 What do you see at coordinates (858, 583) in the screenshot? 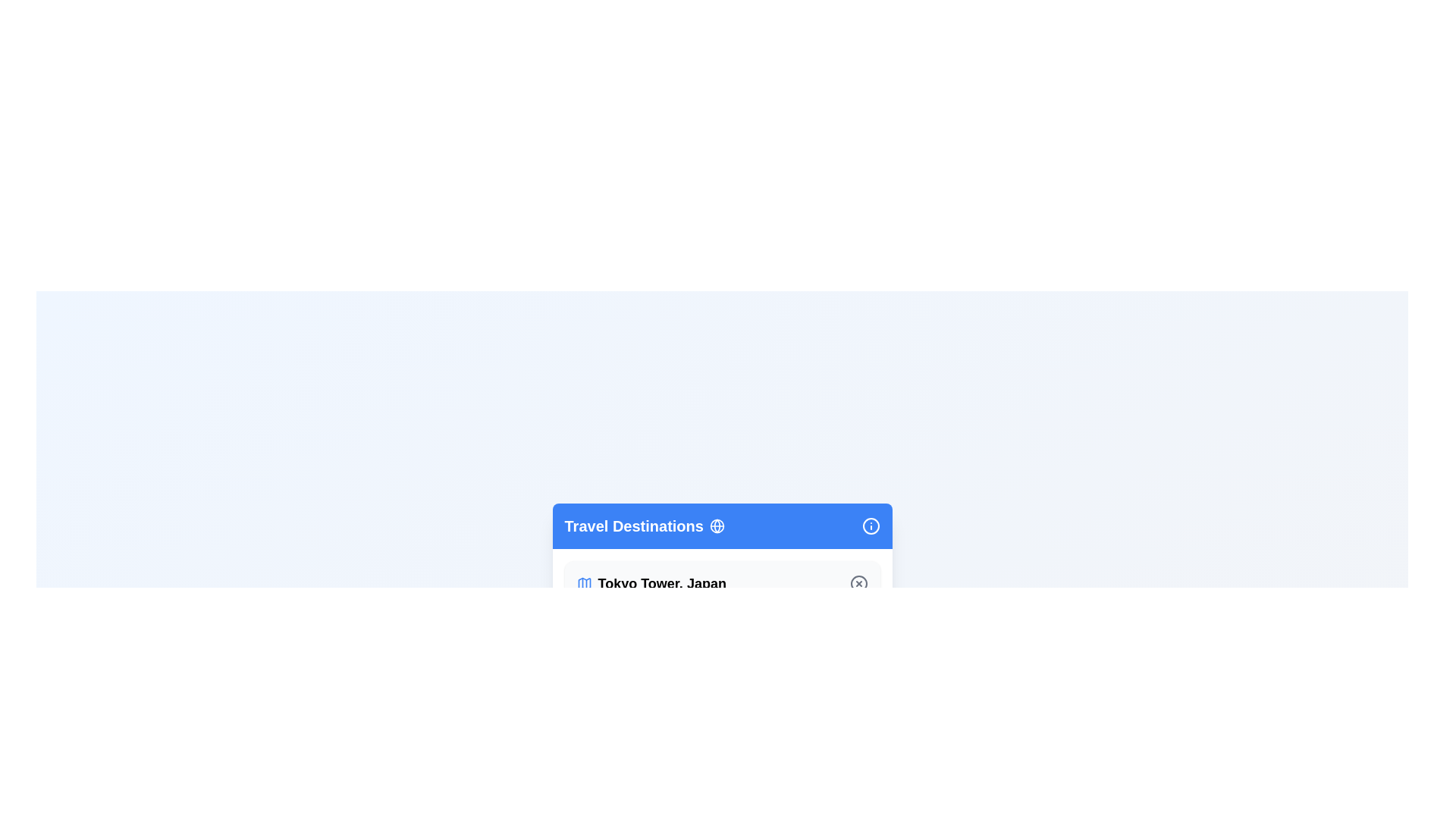
I see `the remove button located in the bottom-right portion of the 'Travel Destinations' card interface next to 'Tokyo Tower, Japan'` at bounding box center [858, 583].